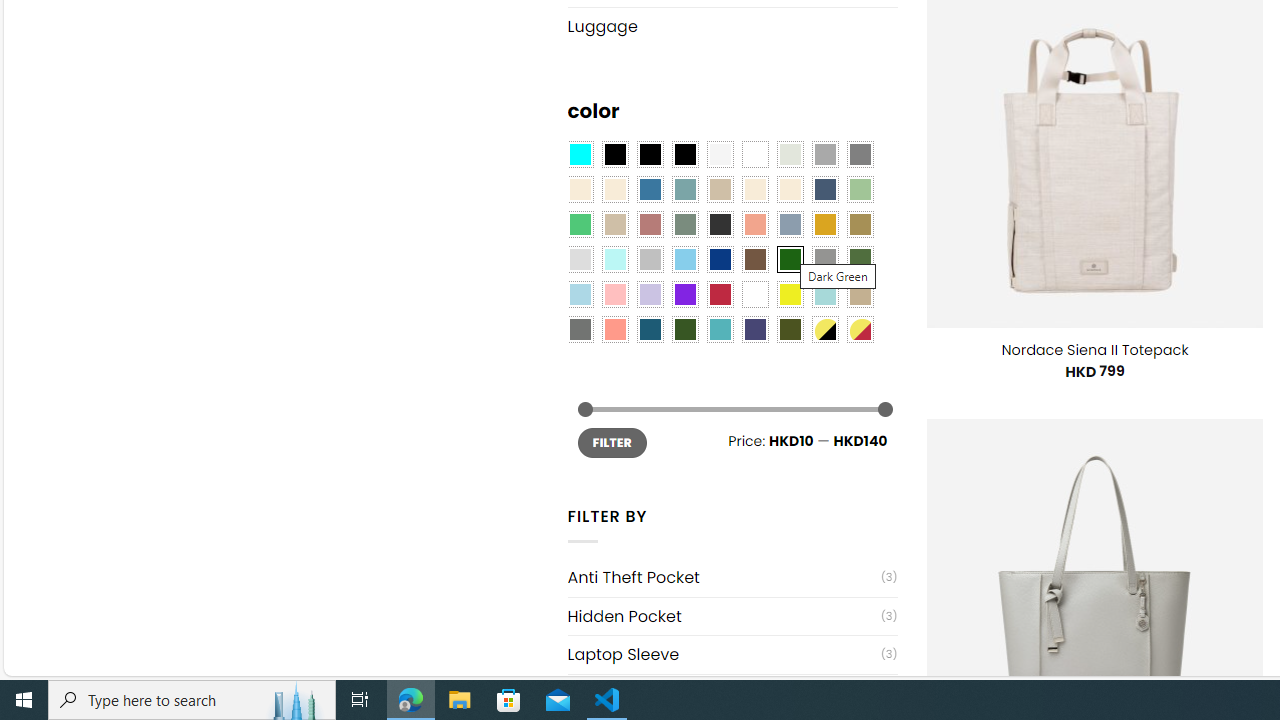 This screenshot has height=720, width=1280. What do you see at coordinates (614, 295) in the screenshot?
I see `'Pink'` at bounding box center [614, 295].